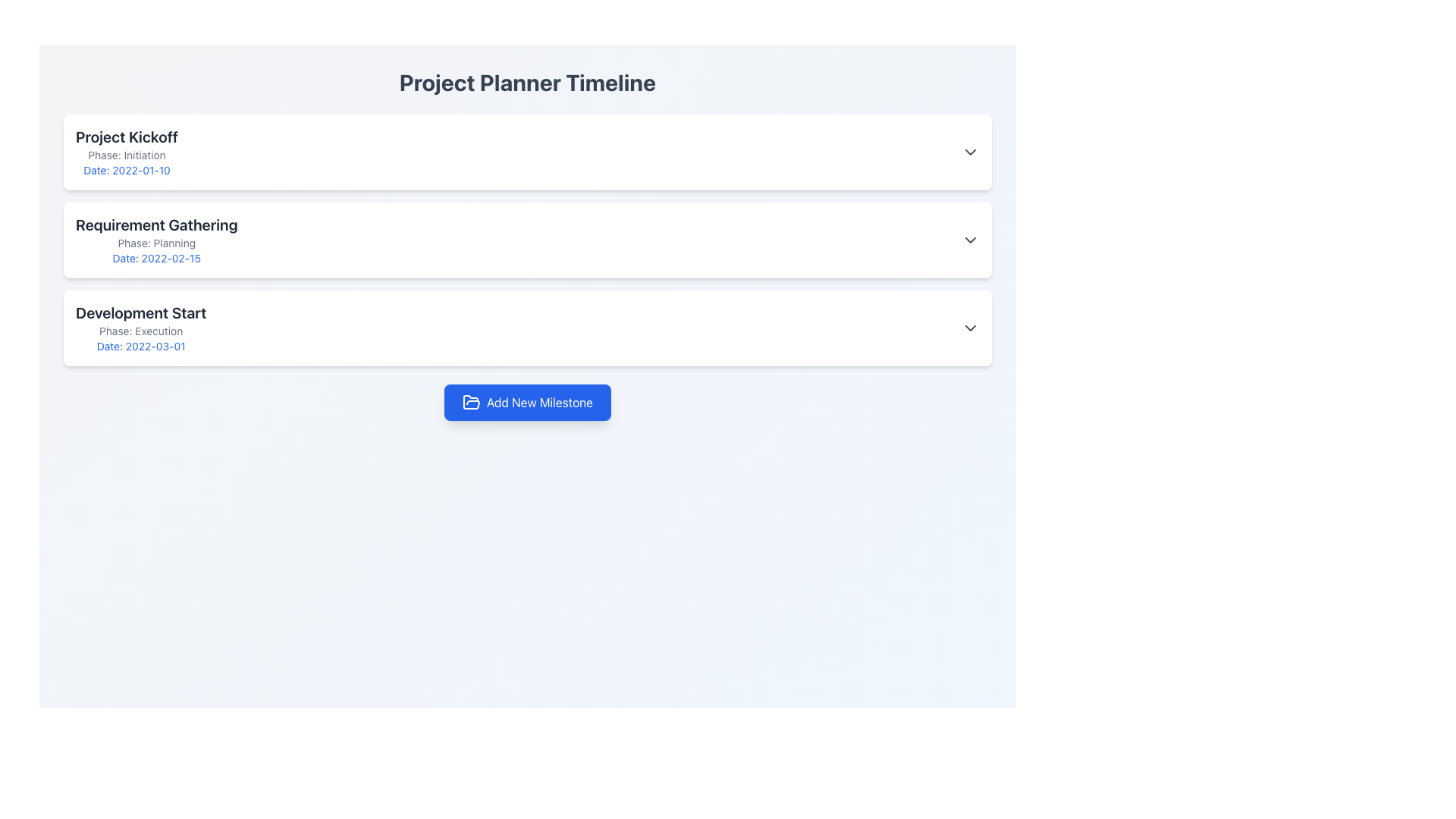 The height and width of the screenshot is (819, 1456). What do you see at coordinates (971, 152) in the screenshot?
I see `the Dropdown toggle button (chevron icon) located on the far right of the row for 'Project Kickoff'` at bounding box center [971, 152].